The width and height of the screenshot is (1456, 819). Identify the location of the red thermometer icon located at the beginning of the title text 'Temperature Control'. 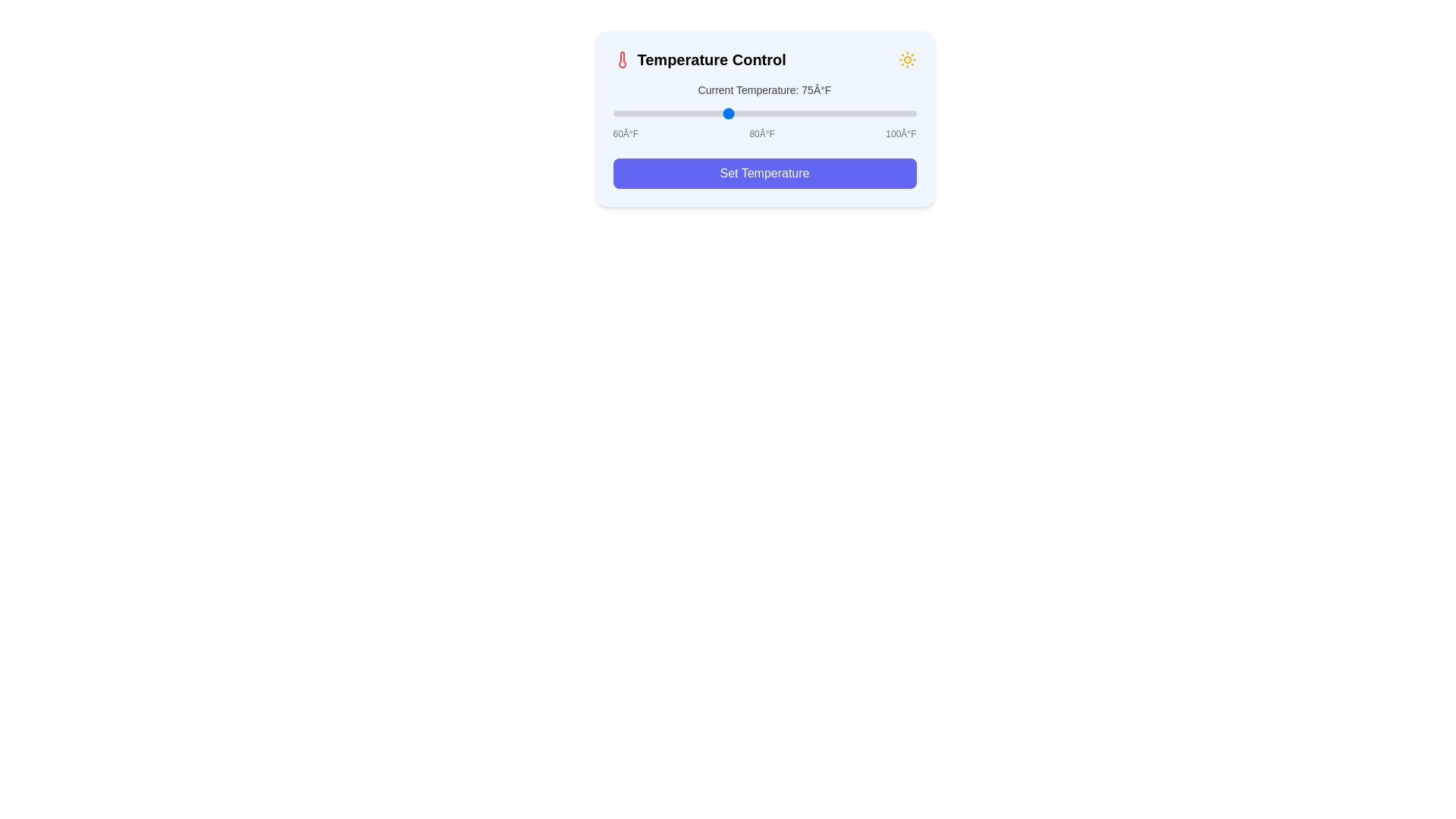
(622, 58).